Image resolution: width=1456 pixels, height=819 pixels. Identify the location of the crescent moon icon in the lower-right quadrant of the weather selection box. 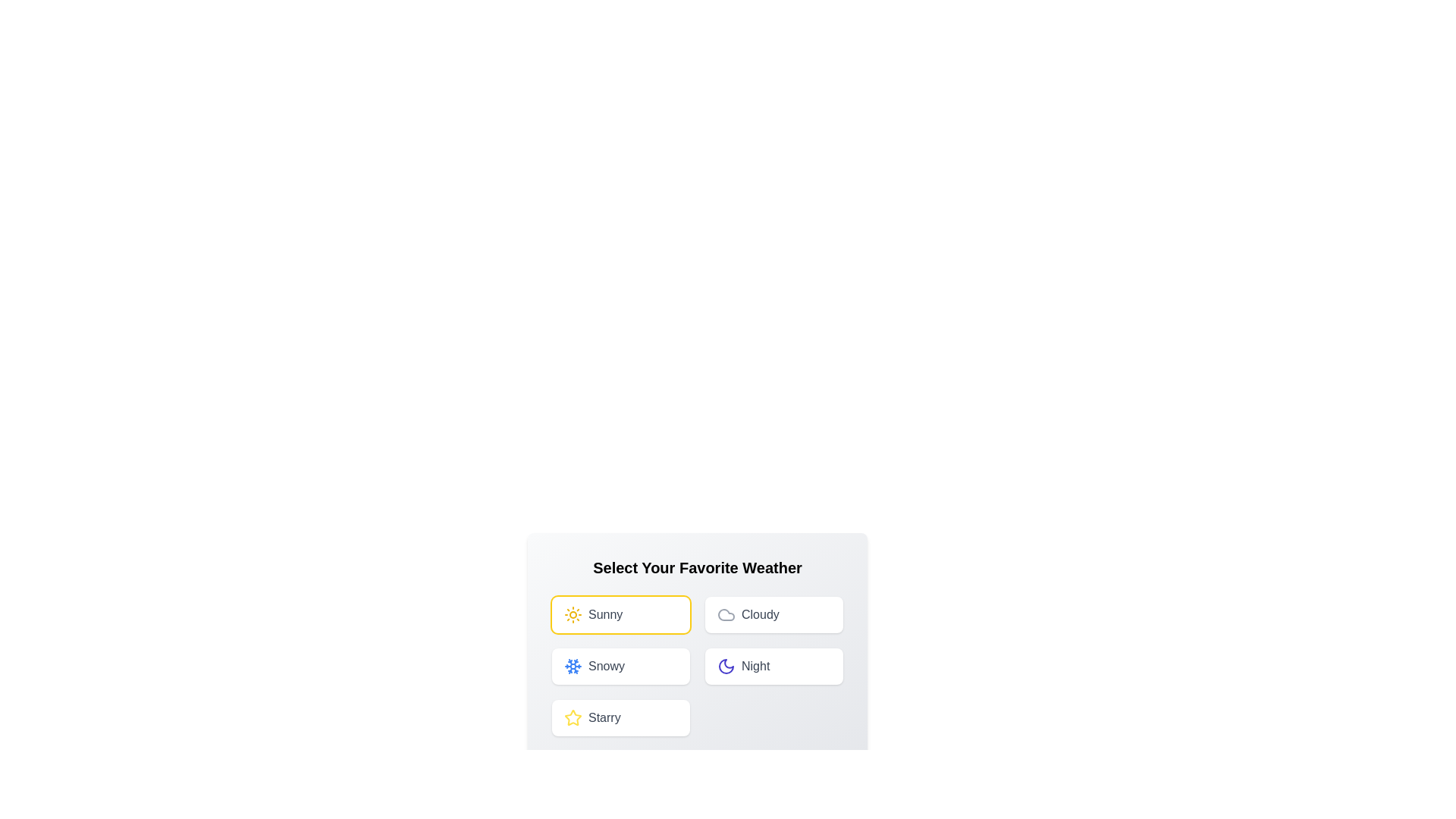
(726, 666).